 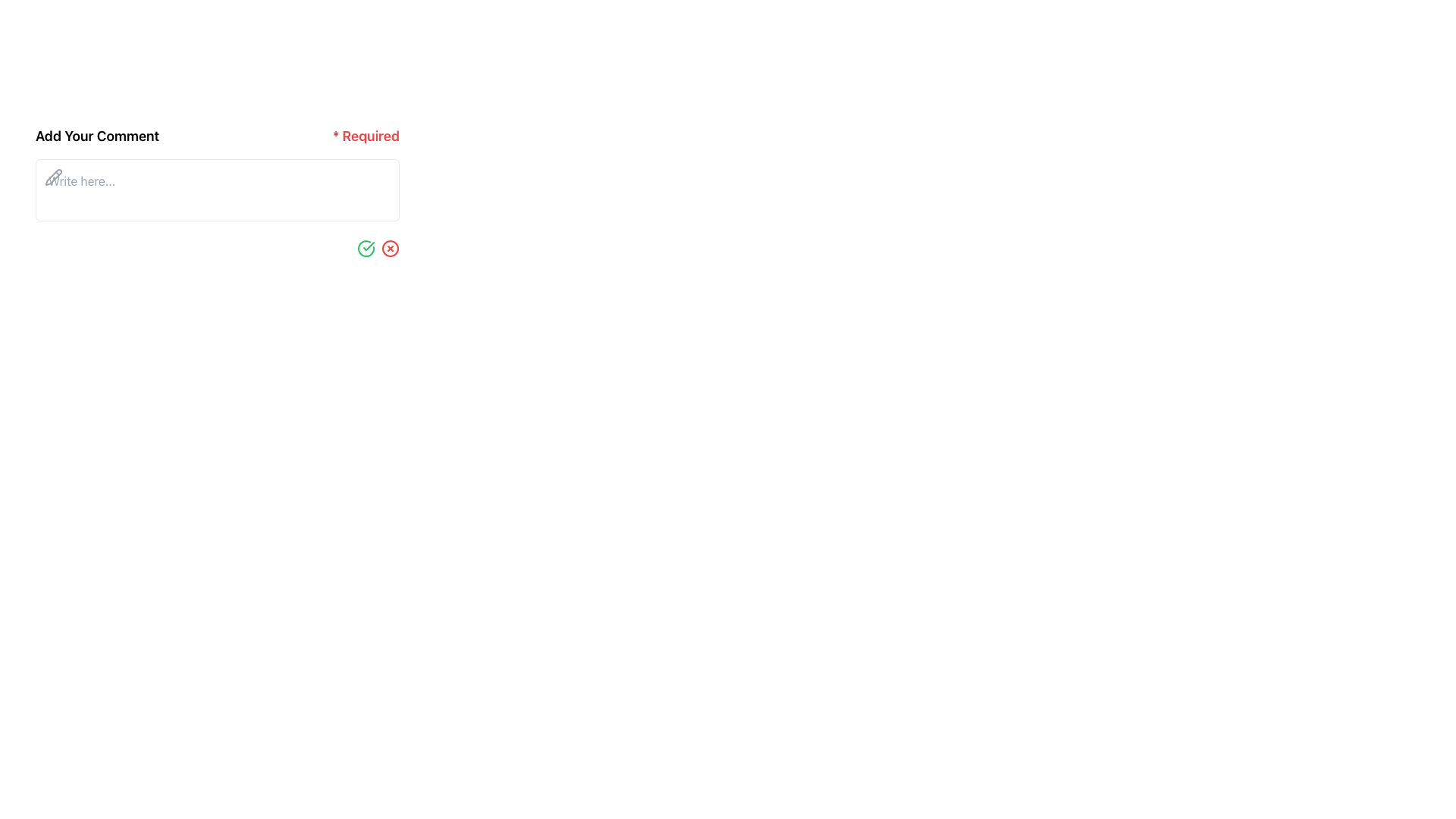 What do you see at coordinates (54, 177) in the screenshot?
I see `the gray pencil icon located at the top-left corner of the 'Write here...' textarea within the 'Add Your Comment' form for visual information` at bounding box center [54, 177].